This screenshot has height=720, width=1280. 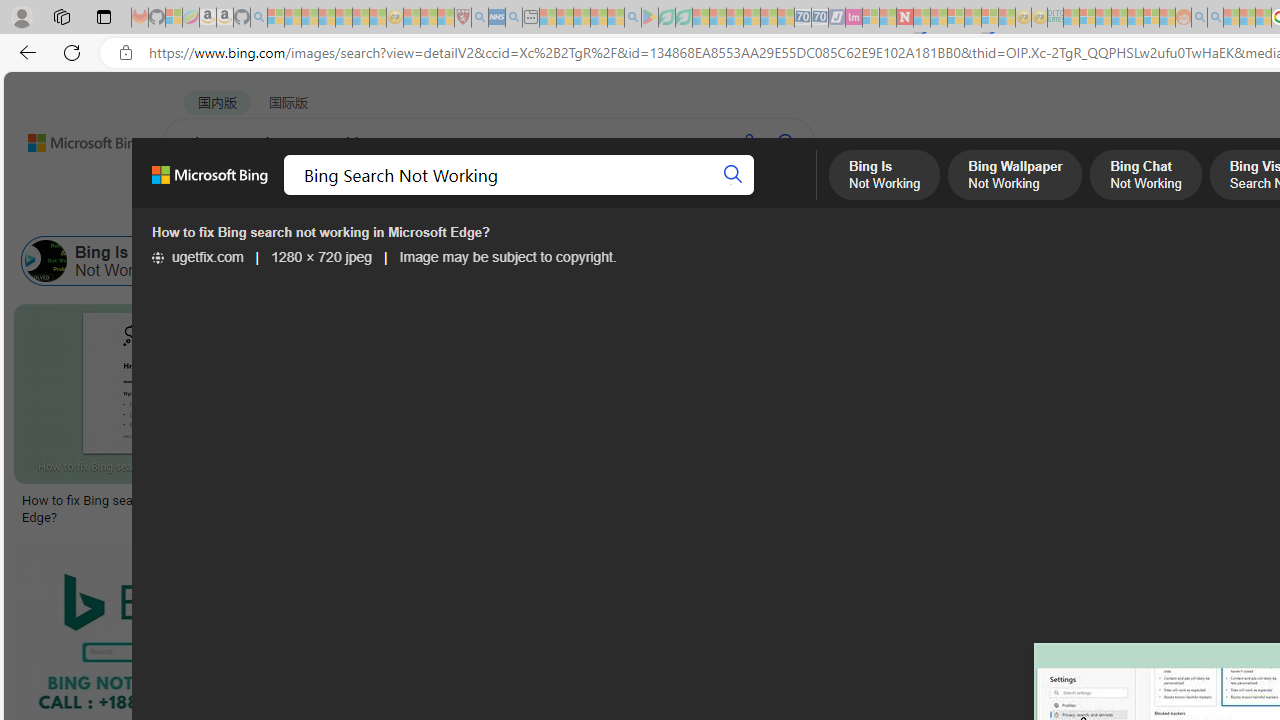 What do you see at coordinates (747, 141) in the screenshot?
I see `'Search using voice'` at bounding box center [747, 141].